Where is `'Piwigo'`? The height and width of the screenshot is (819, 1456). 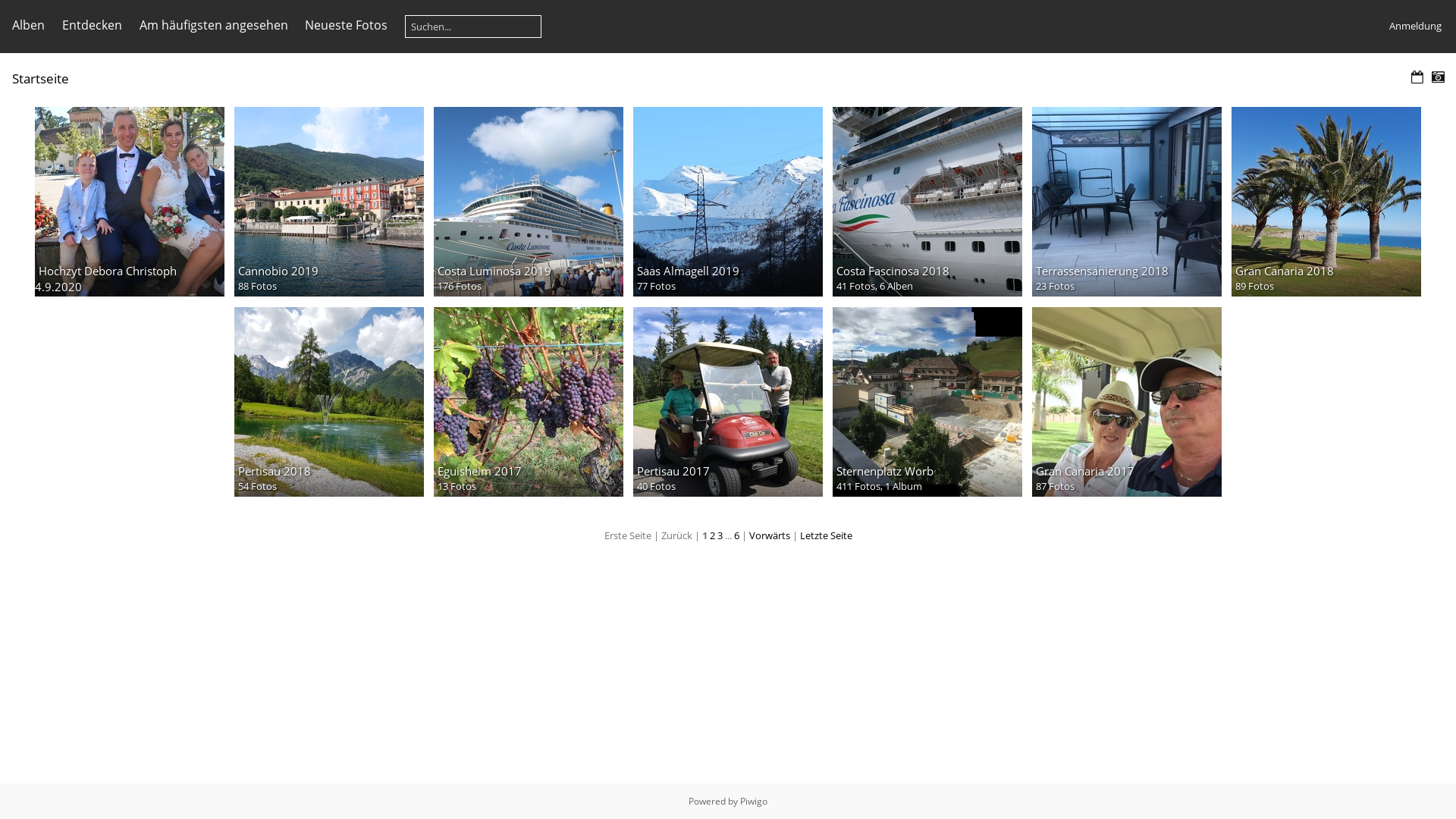 'Piwigo' is located at coordinates (753, 800).